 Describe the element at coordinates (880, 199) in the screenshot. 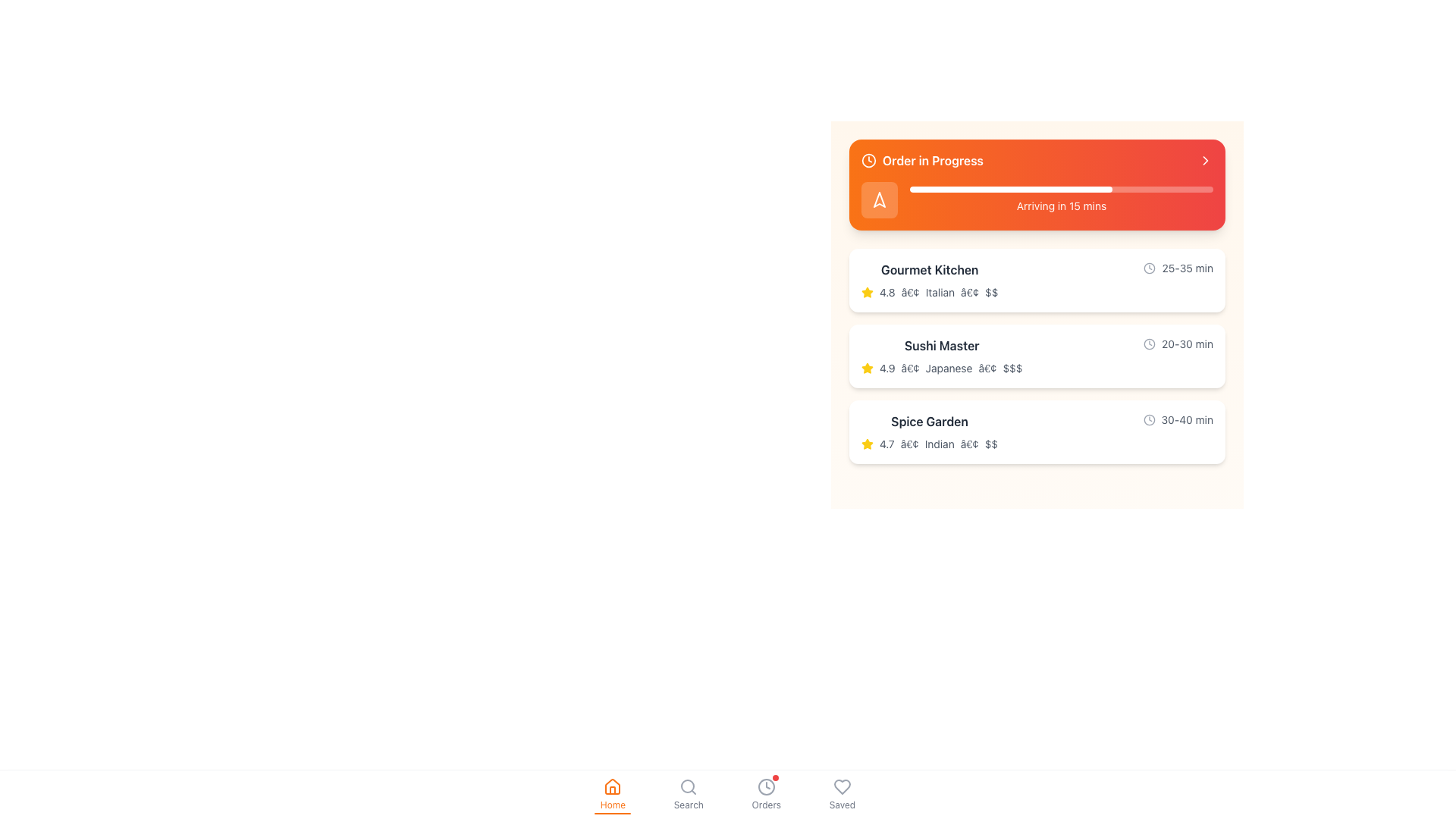

I see `the square-shaped icon with an orange background and a white downward arrow, located on the far left of the 'Arriving in 15 mins' group, next to the progress bar` at that location.